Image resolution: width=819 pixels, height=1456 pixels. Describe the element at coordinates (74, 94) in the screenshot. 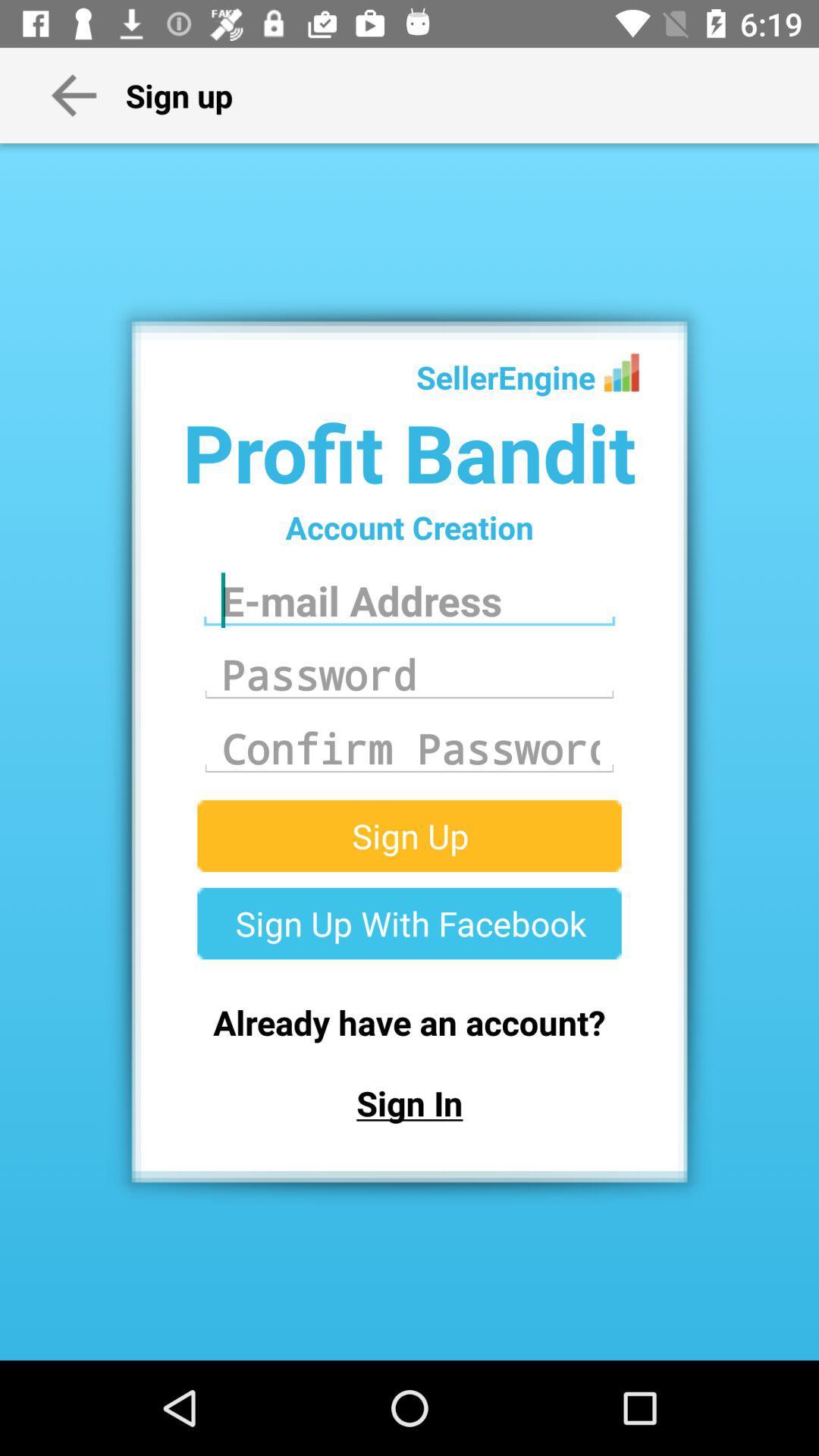

I see `the arrow beside sign up` at that location.